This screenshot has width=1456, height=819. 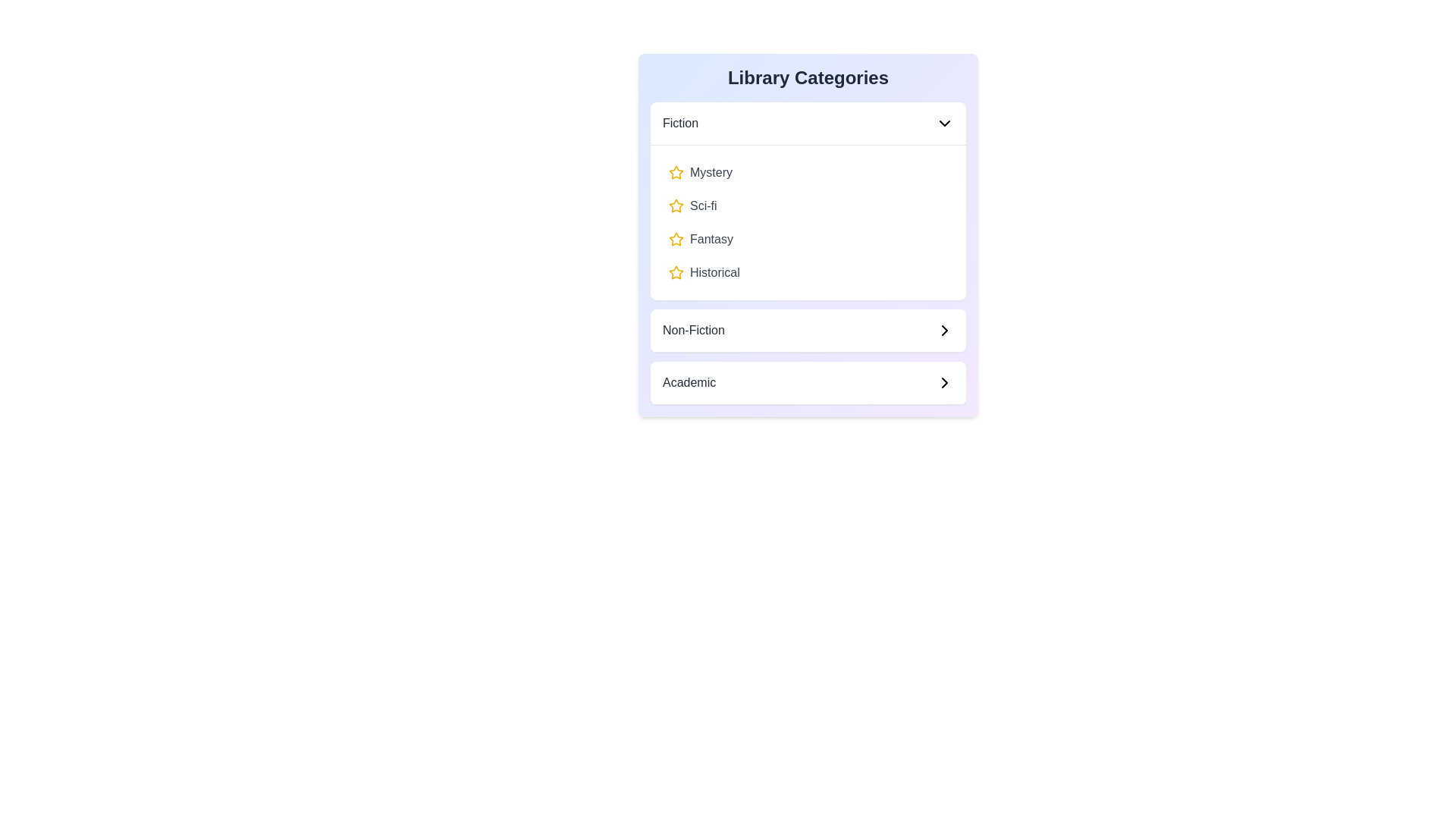 I want to click on the header of the category Fiction to expand or collapse it, so click(x=807, y=123).